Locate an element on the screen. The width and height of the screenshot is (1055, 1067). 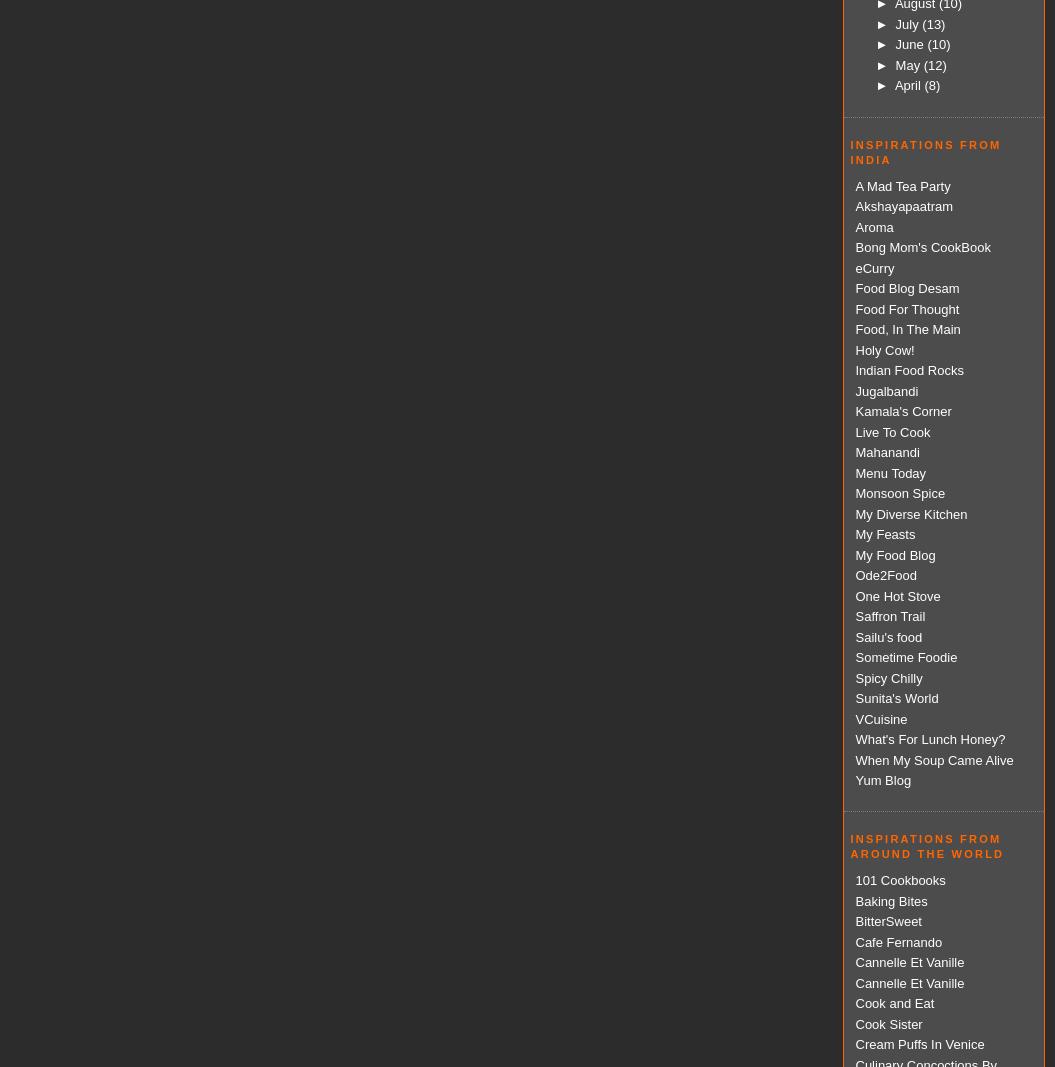
'Yum Blog' is located at coordinates (882, 779).